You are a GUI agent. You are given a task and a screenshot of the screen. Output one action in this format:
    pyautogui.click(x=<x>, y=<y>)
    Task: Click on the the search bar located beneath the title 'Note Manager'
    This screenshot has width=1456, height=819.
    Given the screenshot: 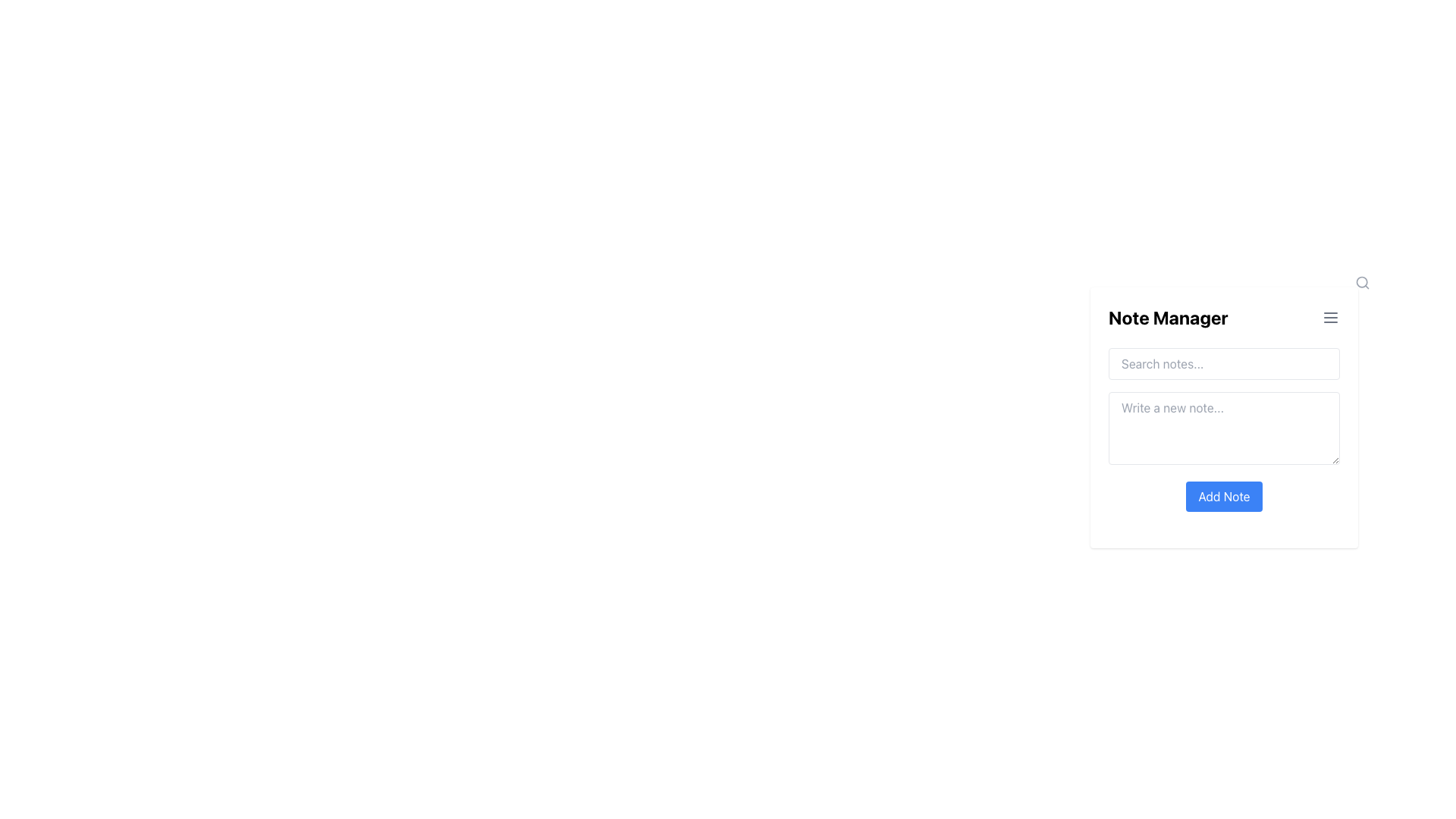 What is the action you would take?
    pyautogui.click(x=1224, y=363)
    